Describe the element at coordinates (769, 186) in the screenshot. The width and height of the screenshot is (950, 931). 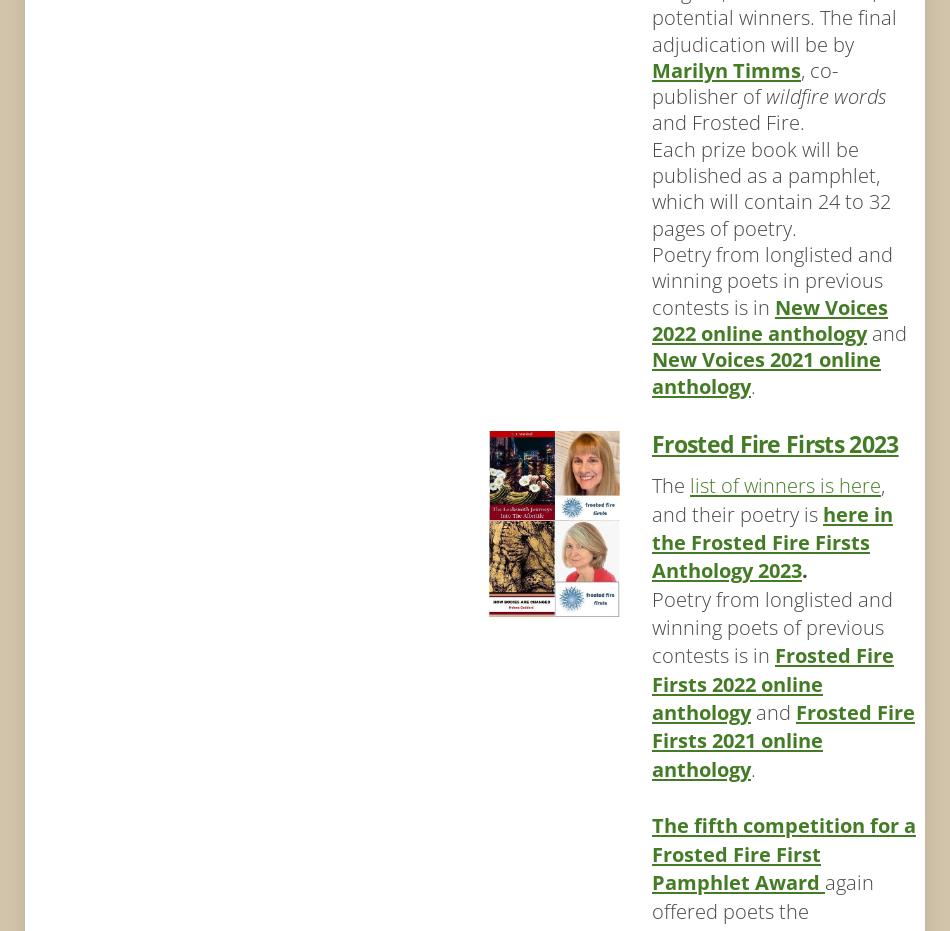
I see `'Each prize book will be published as a pamphlet, which will contain 24 to 32 pages of poetry.'` at that location.